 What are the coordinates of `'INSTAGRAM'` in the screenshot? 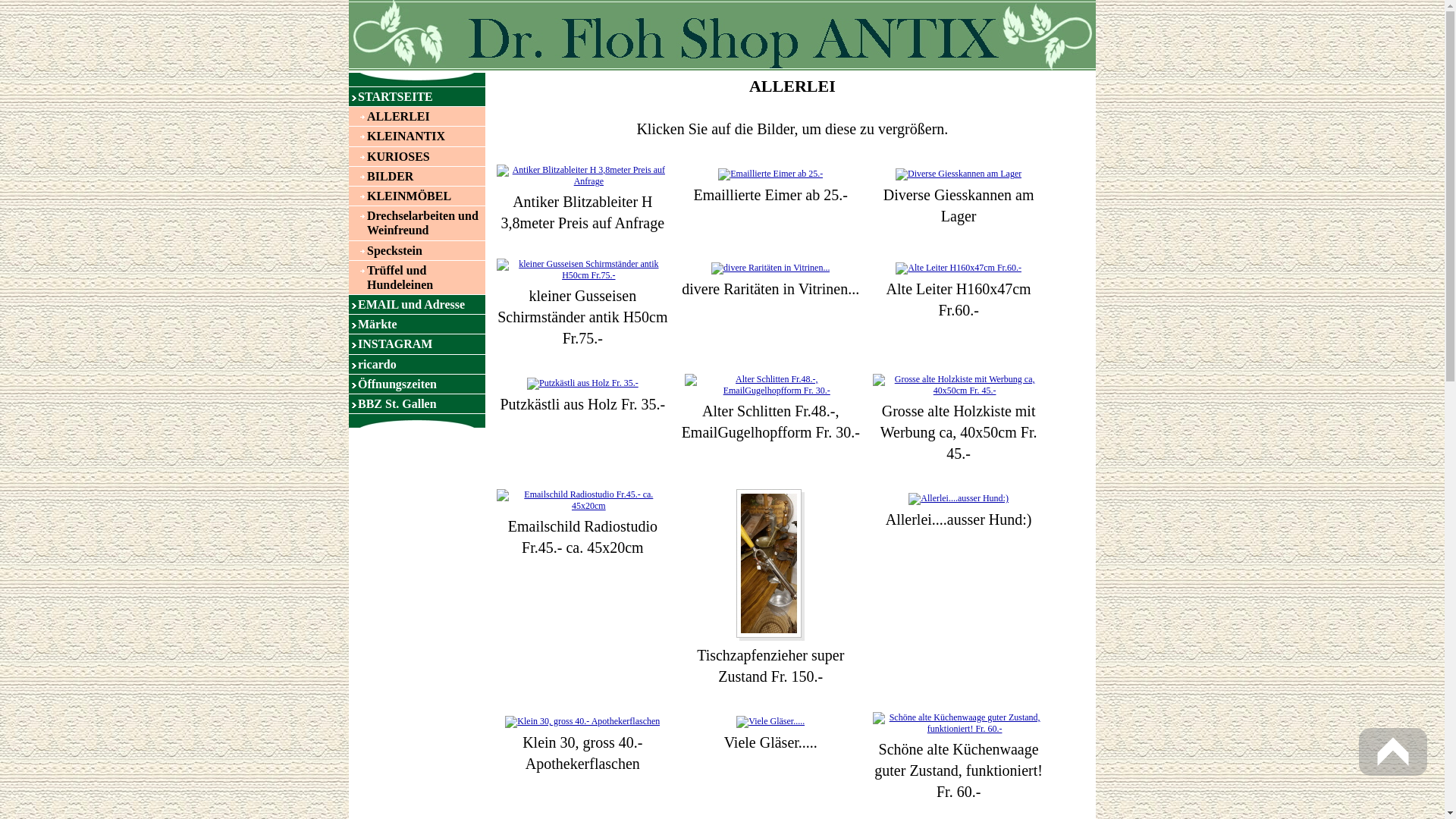 It's located at (417, 344).